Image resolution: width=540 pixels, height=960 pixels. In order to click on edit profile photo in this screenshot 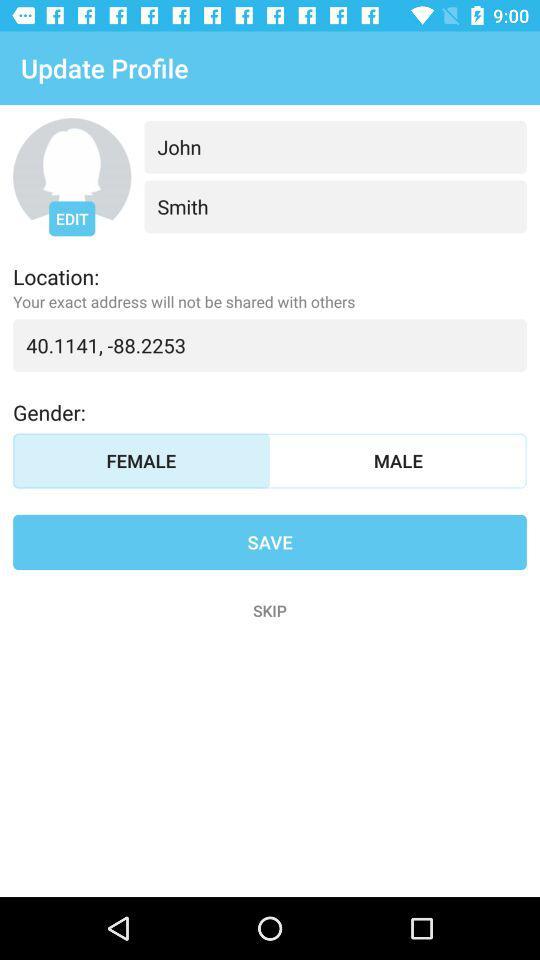, I will do `click(71, 176)`.